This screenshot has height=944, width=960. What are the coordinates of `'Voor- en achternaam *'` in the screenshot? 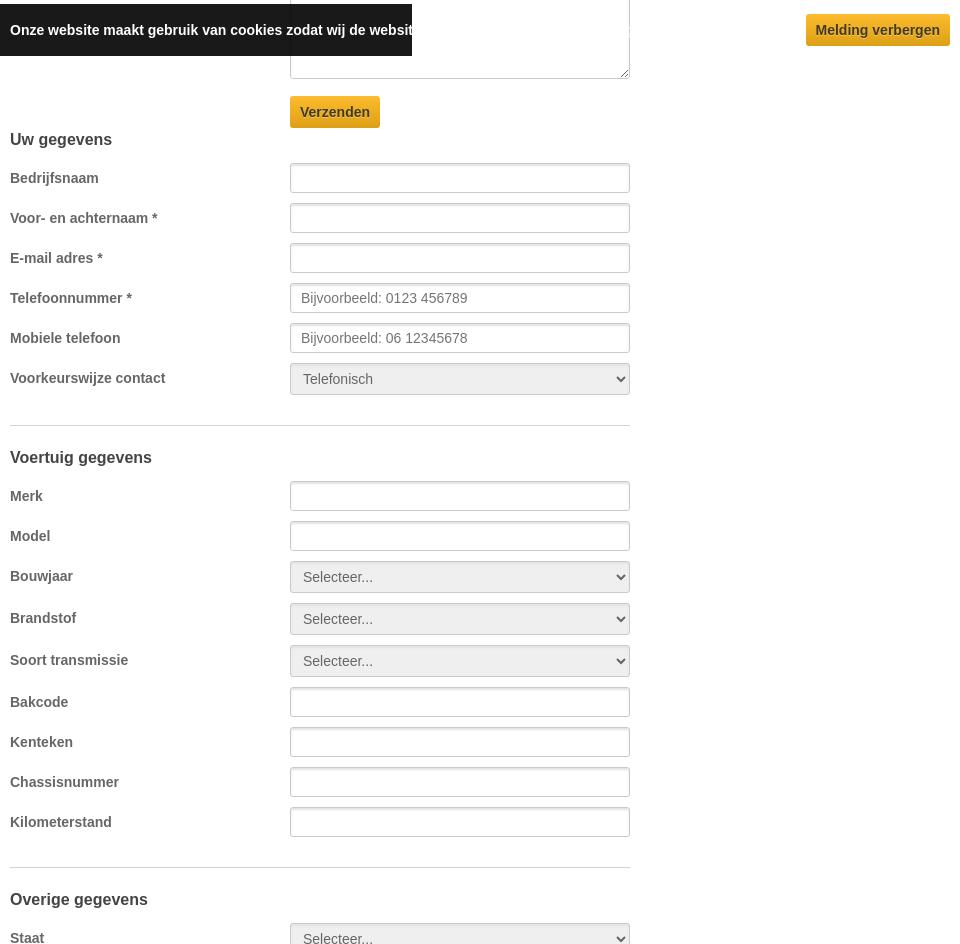 It's located at (83, 216).